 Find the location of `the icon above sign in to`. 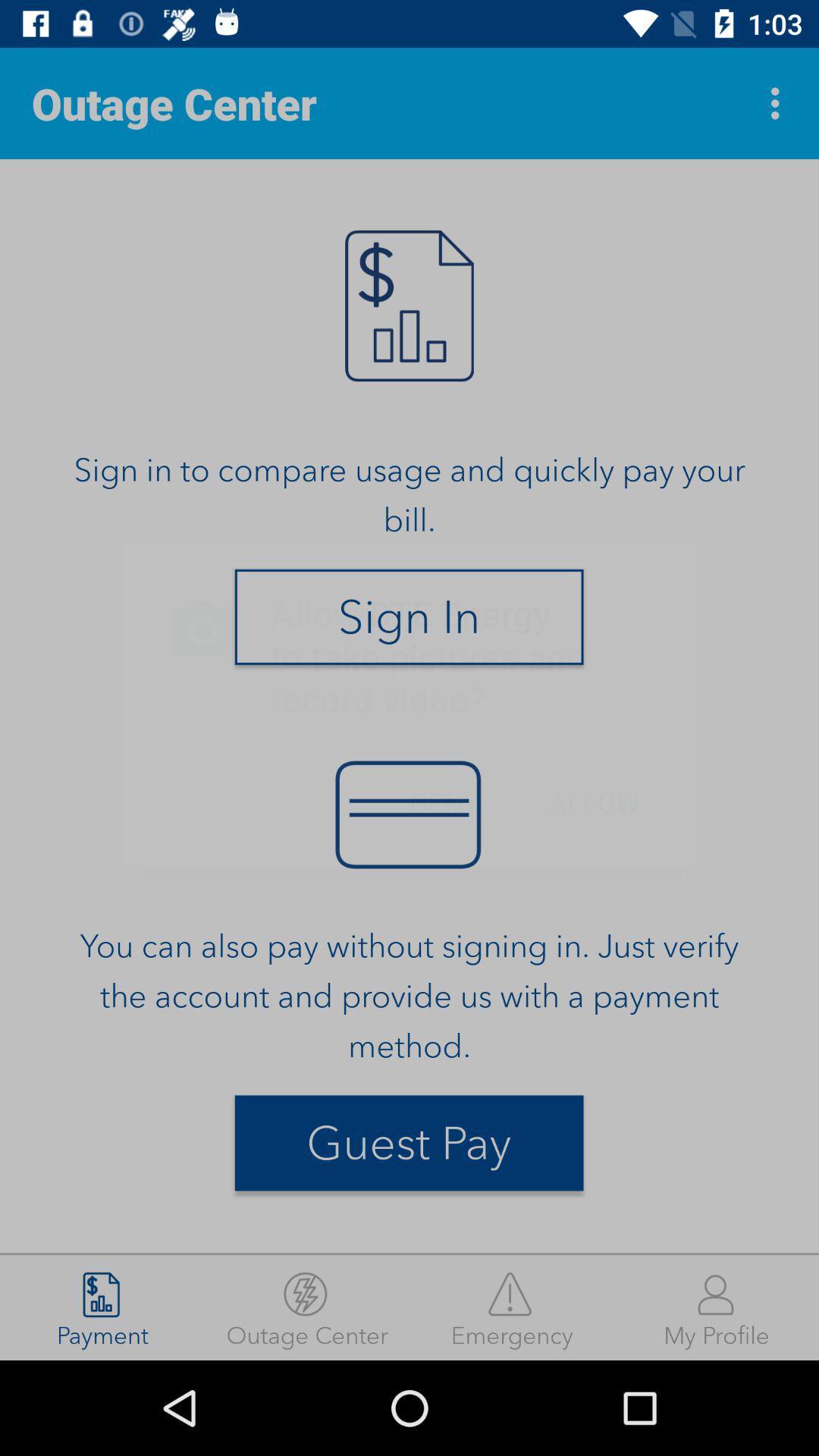

the icon above sign in to is located at coordinates (779, 102).